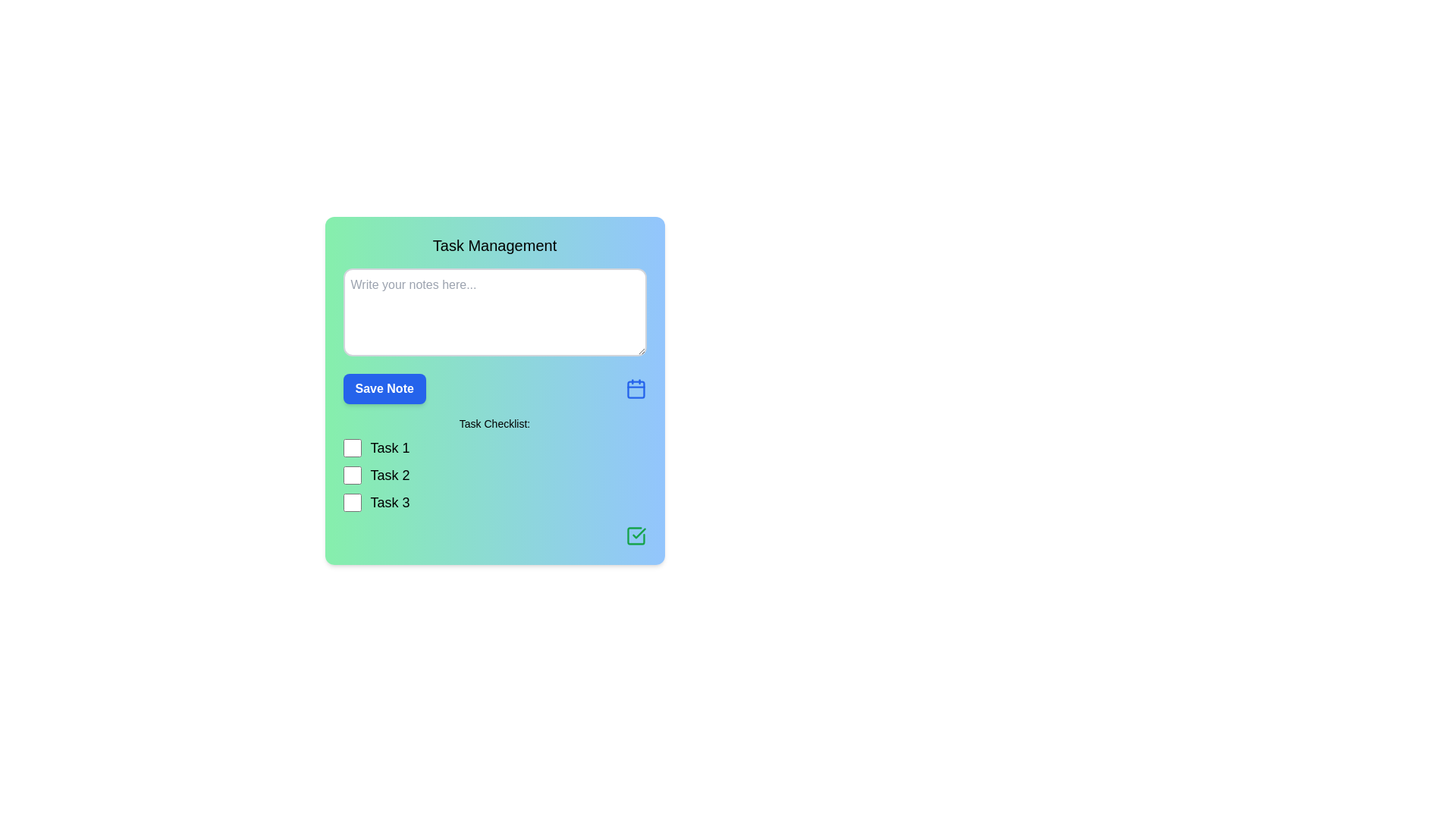  What do you see at coordinates (384, 388) in the screenshot?
I see `the save button located in the middle-left region of the interface to trigger tooltip display or styling changes` at bounding box center [384, 388].